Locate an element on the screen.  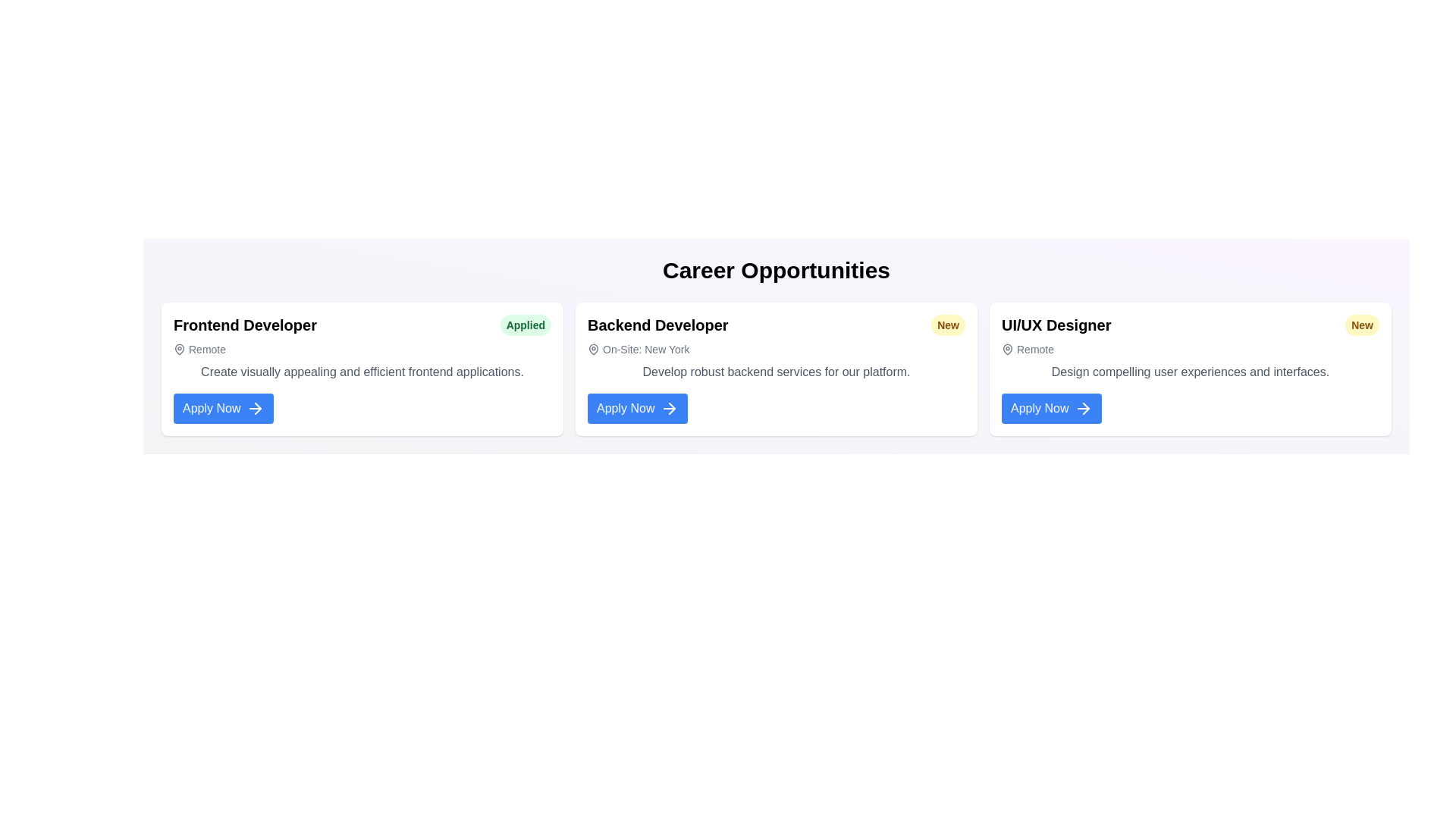
the location pin icon representing 'Remote' within the job description card for the 'UI/UX Designer' position, as it is part of a larger clickable area is located at coordinates (1008, 348).